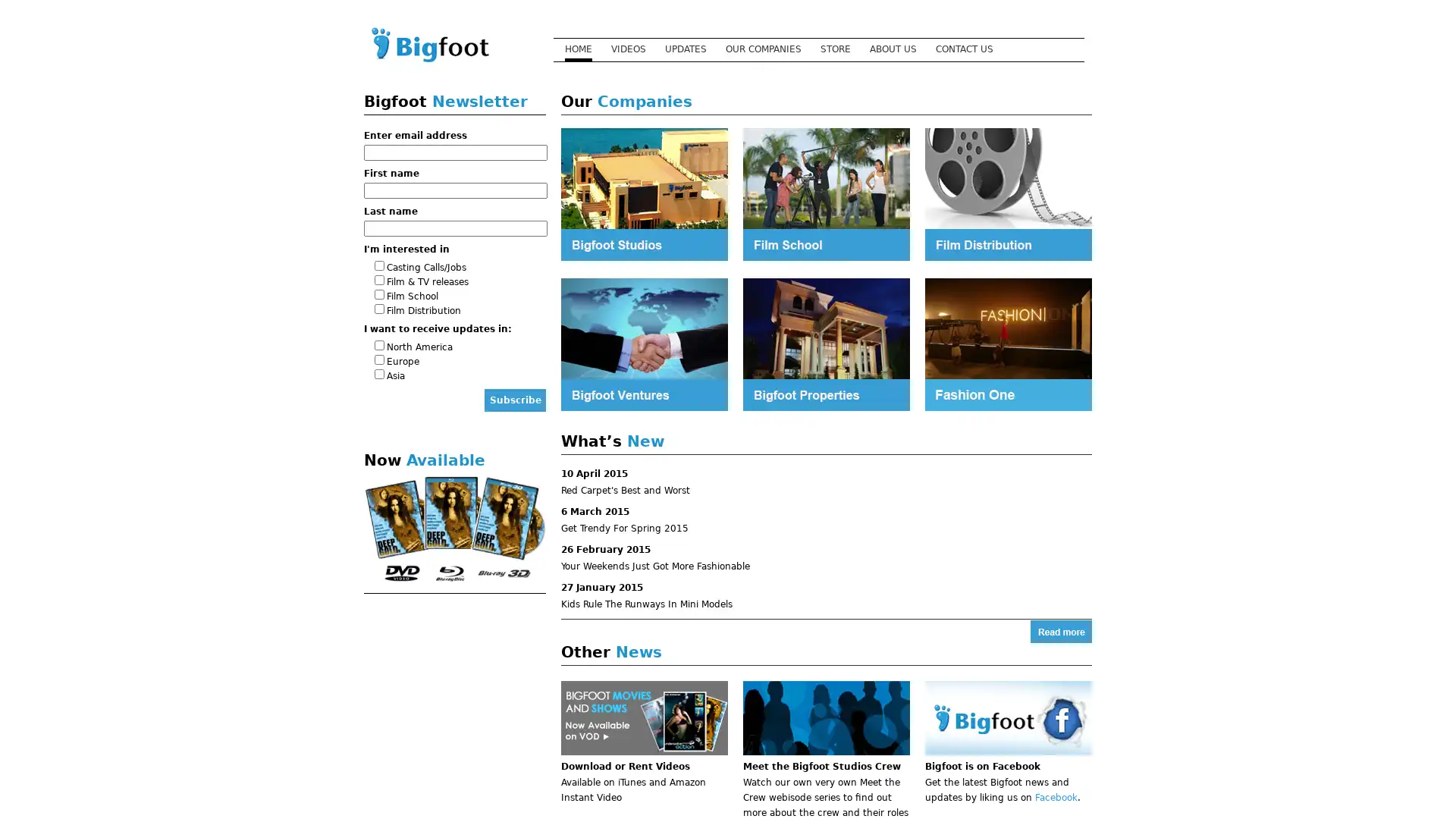 The width and height of the screenshot is (1456, 819). I want to click on Subscribe, so click(515, 400).